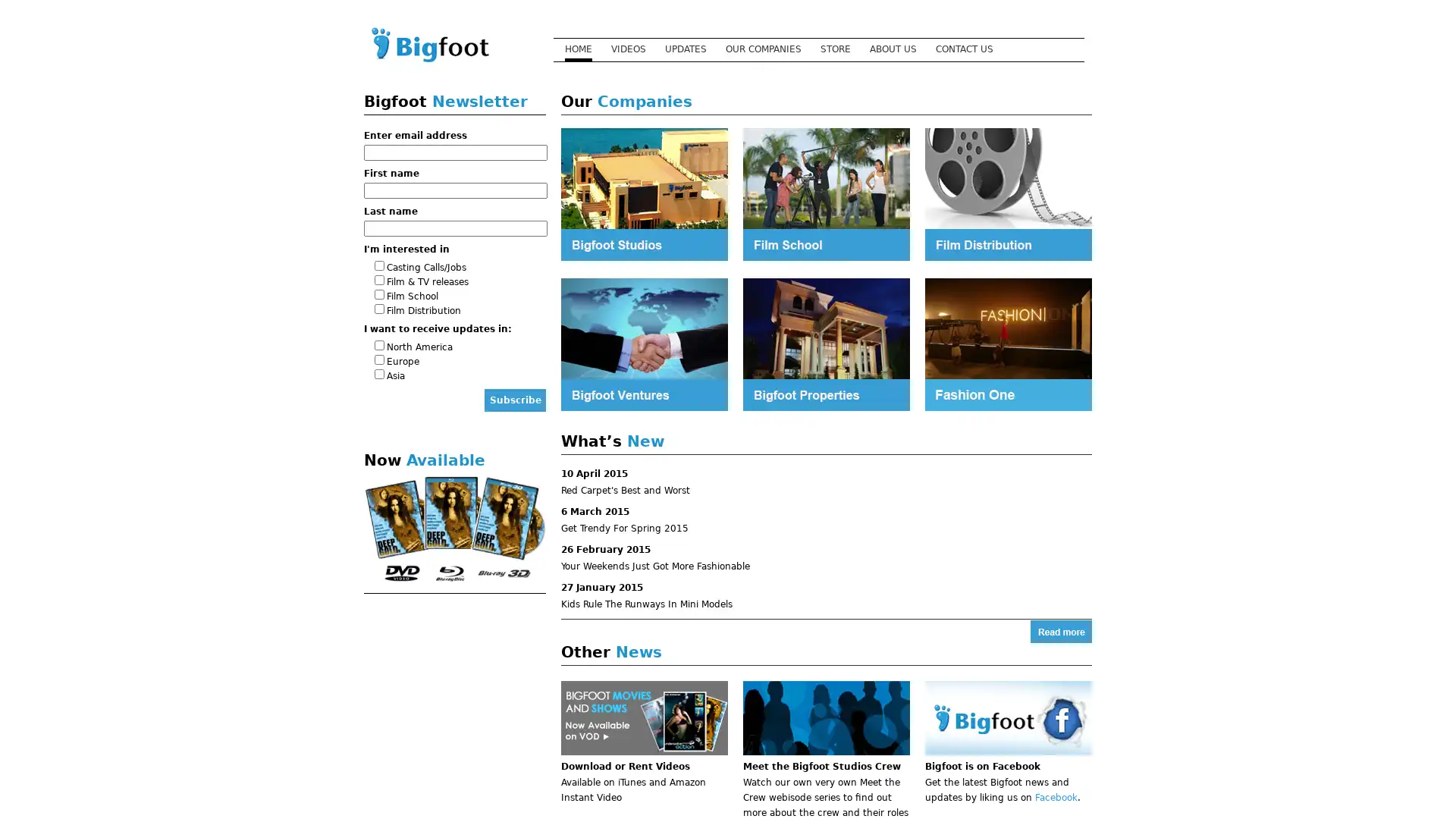 The width and height of the screenshot is (1456, 819). I want to click on Subscribe, so click(515, 400).